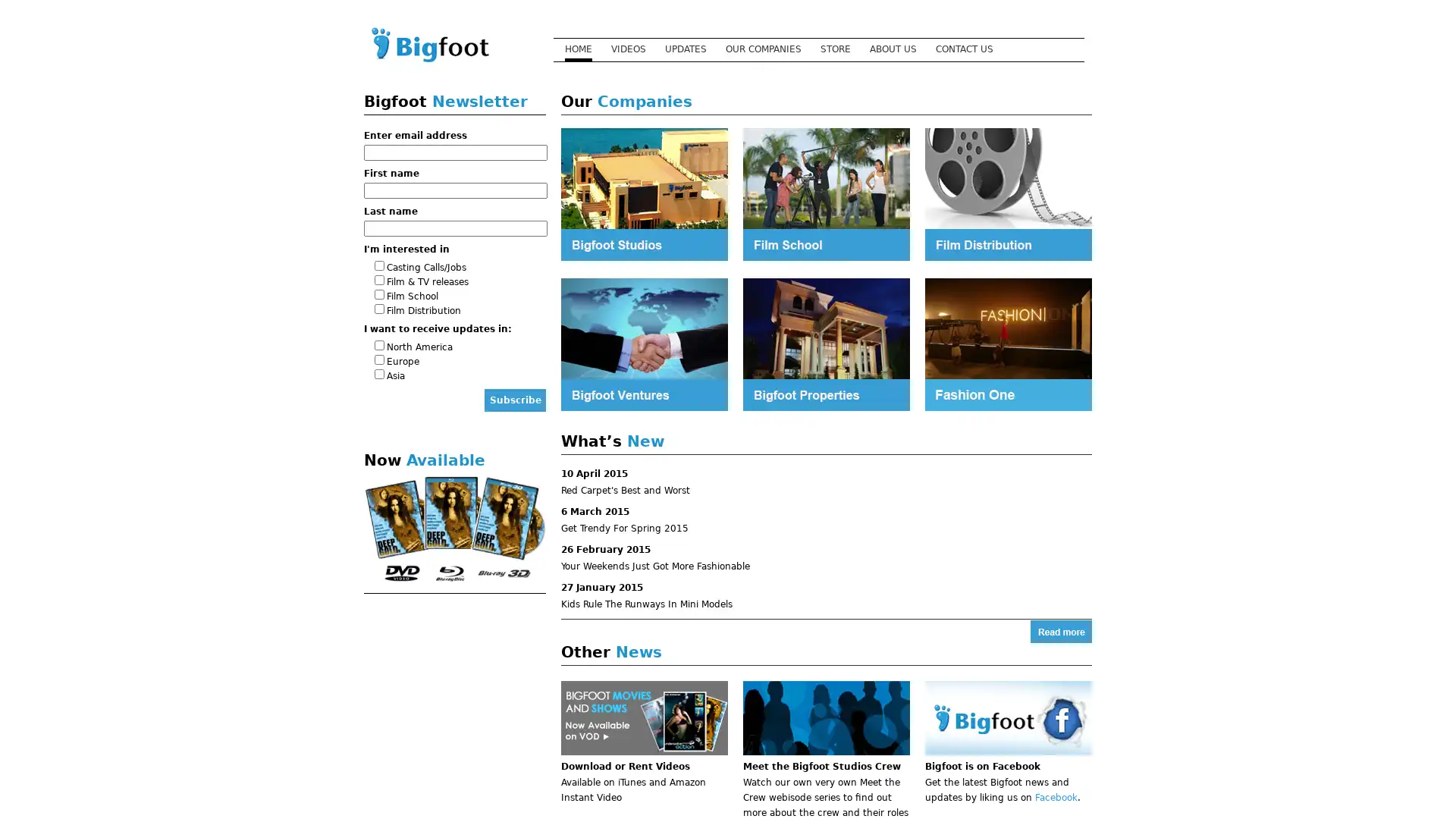 The width and height of the screenshot is (1456, 819). I want to click on Subscribe, so click(515, 400).